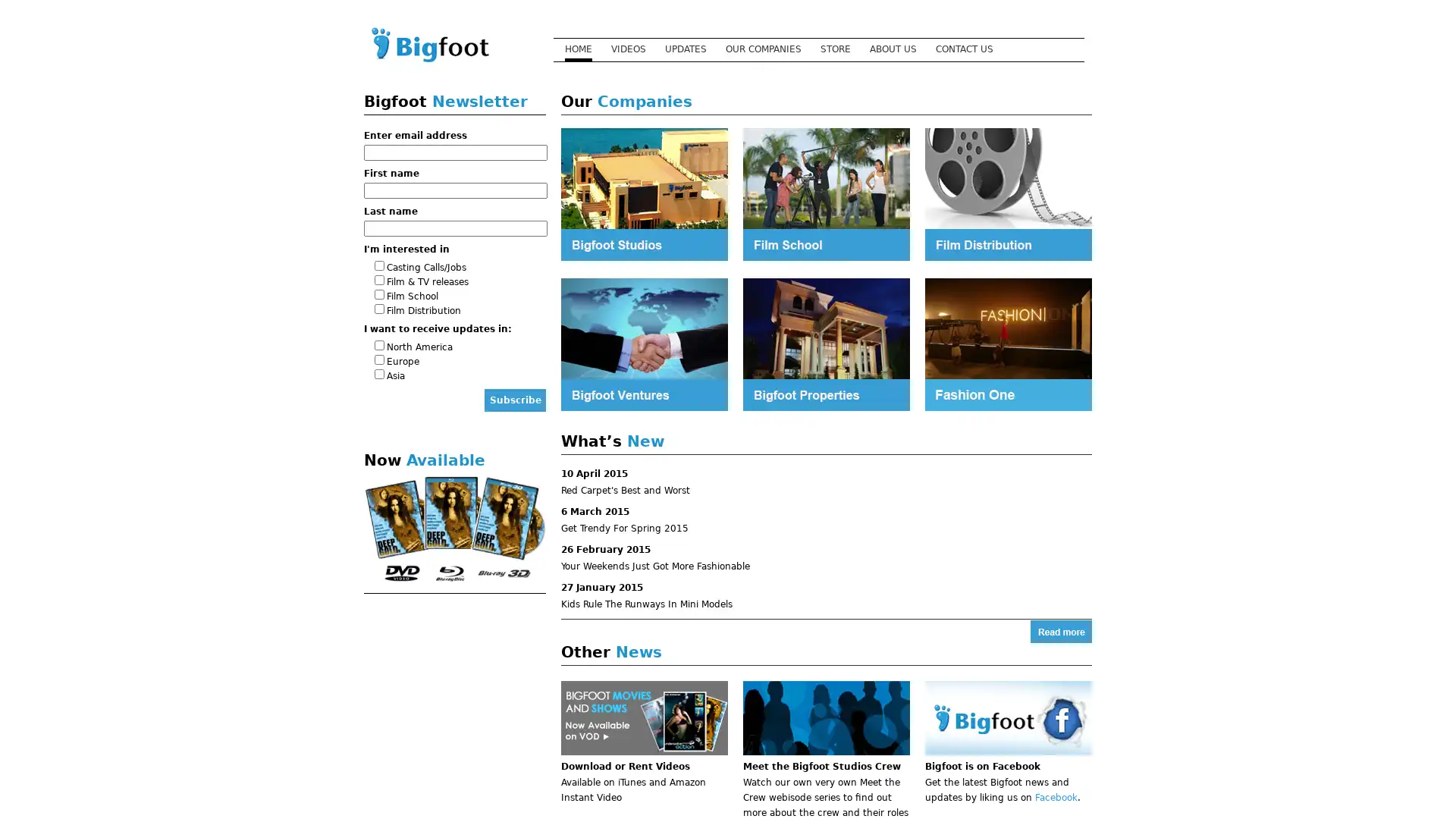 The width and height of the screenshot is (1456, 819). I want to click on Subscribe, so click(515, 400).